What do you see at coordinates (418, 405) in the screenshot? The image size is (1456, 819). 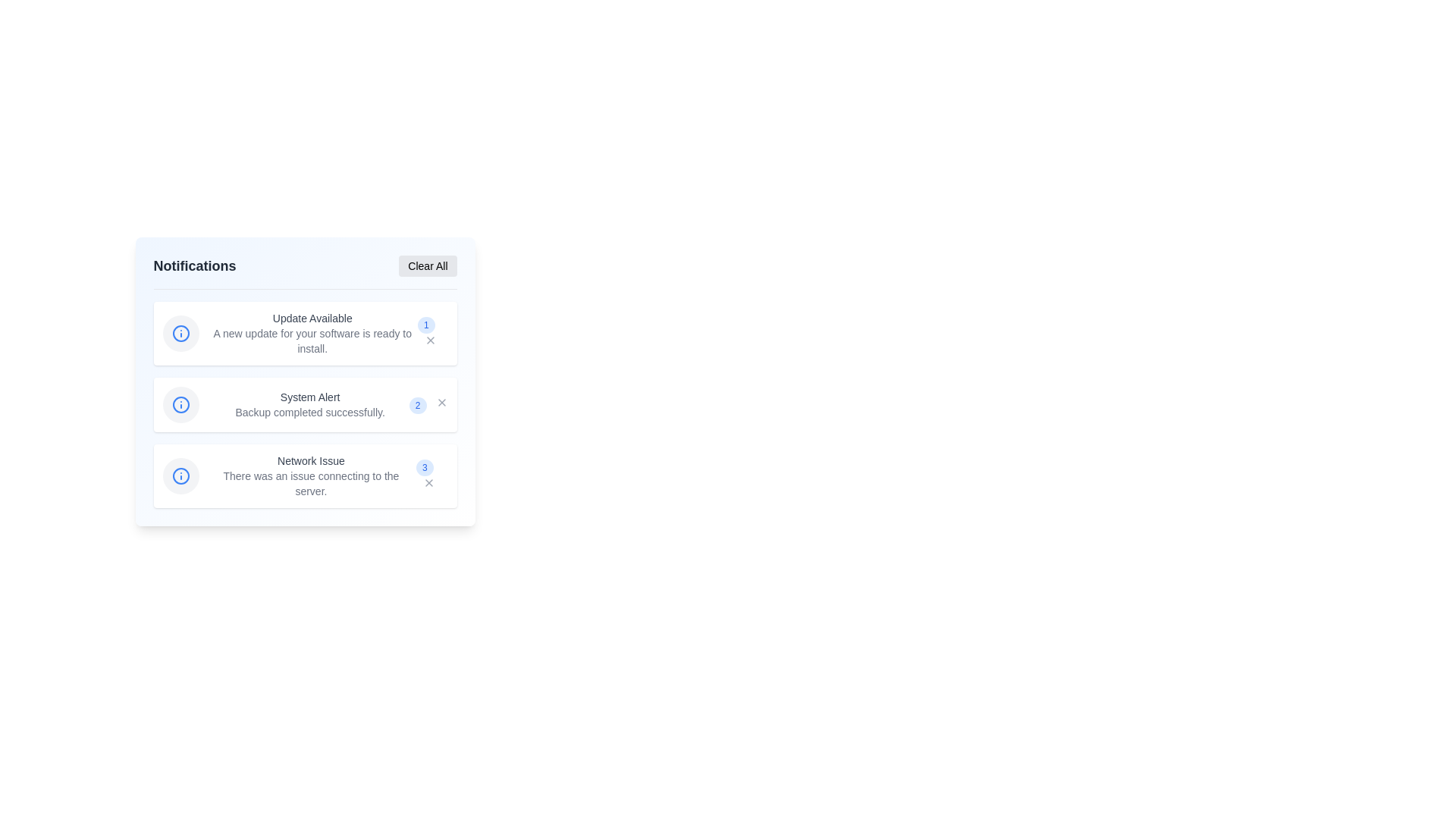 I see `the small, rounded rectangular badge with a light blue background and the number '2' next to the 'System Alert: Backup completed successfully.' label` at bounding box center [418, 405].